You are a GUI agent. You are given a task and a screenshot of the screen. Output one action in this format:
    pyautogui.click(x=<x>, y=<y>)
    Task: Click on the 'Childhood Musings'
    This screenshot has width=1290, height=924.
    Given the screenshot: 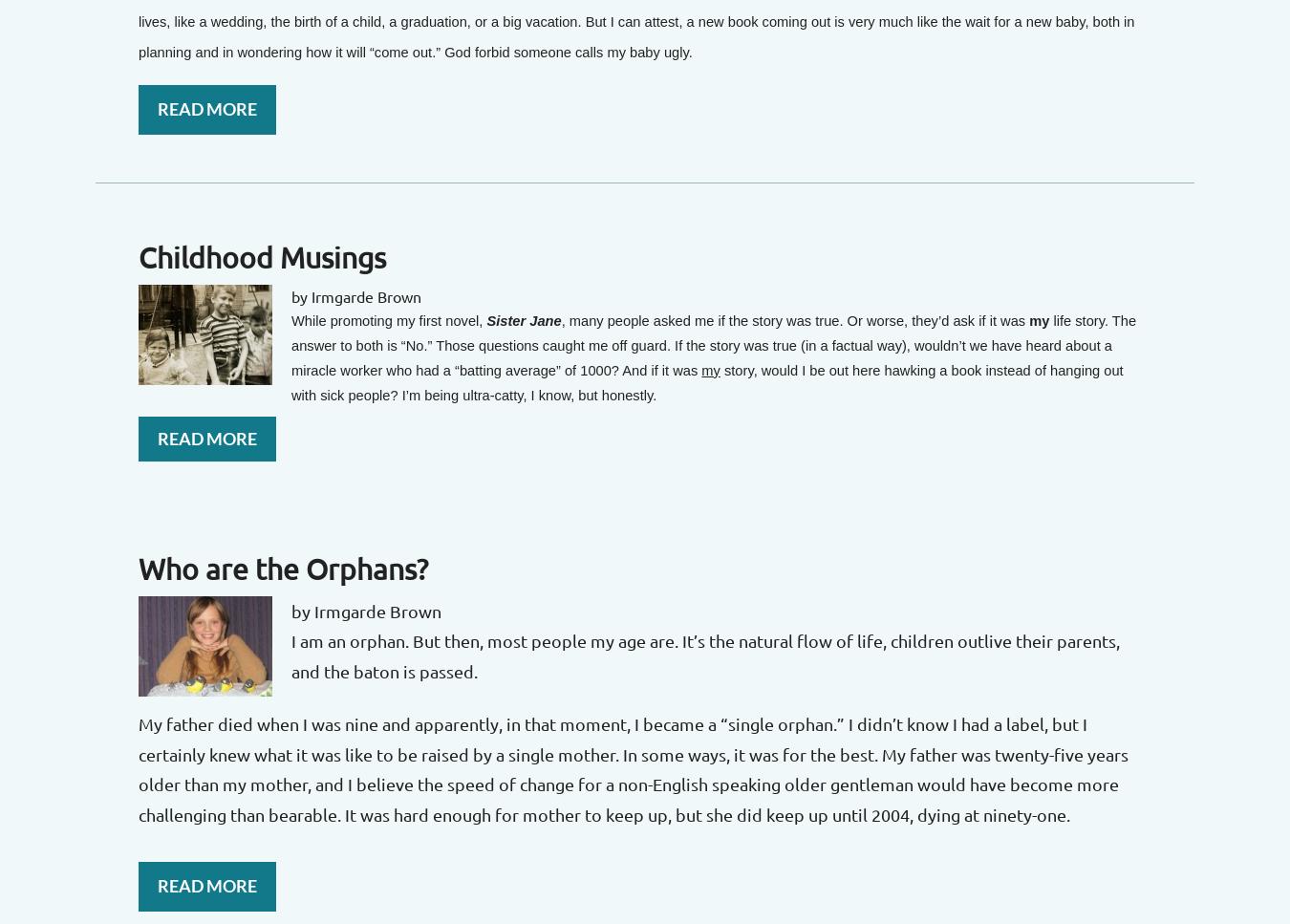 What is the action you would take?
    pyautogui.click(x=261, y=255)
    